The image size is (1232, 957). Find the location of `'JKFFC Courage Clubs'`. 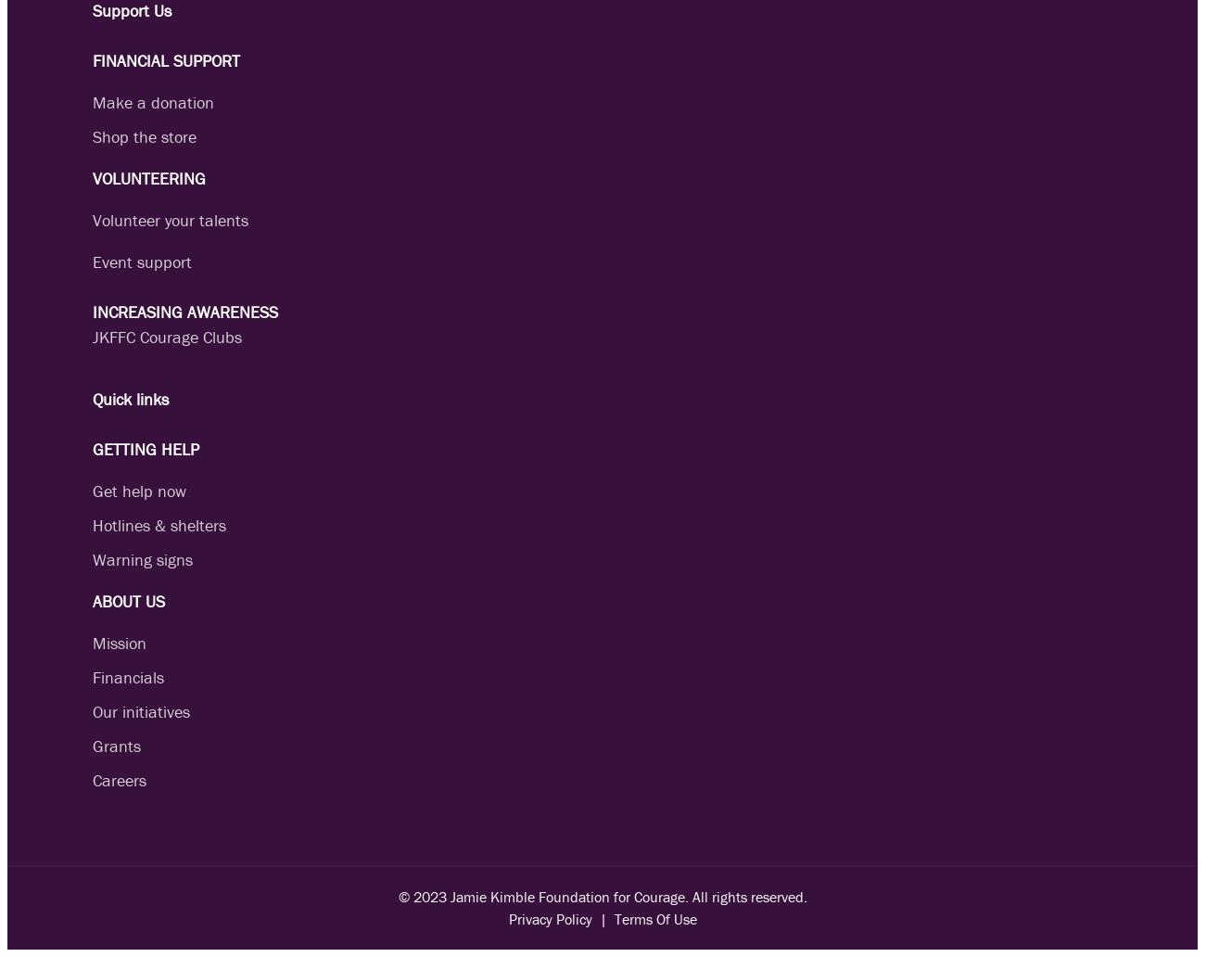

'JKFFC Courage Clubs' is located at coordinates (167, 337).